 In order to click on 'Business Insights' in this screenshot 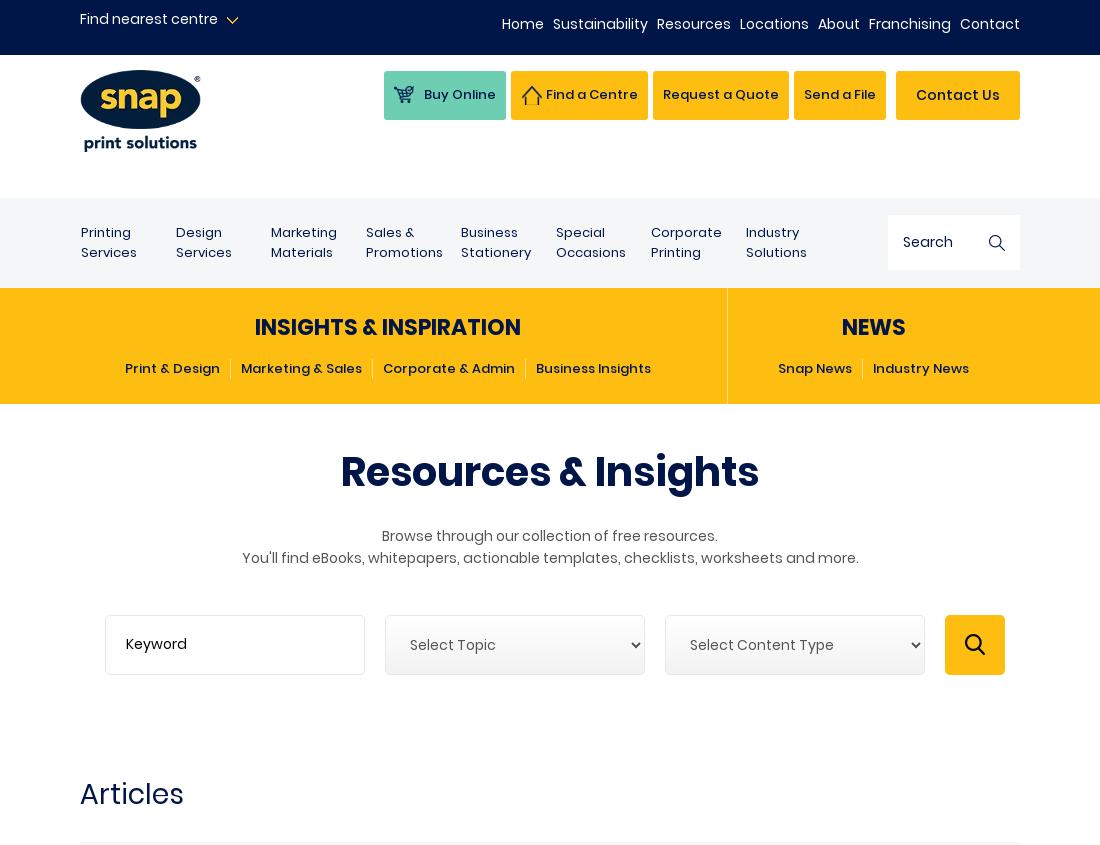, I will do `click(592, 367)`.